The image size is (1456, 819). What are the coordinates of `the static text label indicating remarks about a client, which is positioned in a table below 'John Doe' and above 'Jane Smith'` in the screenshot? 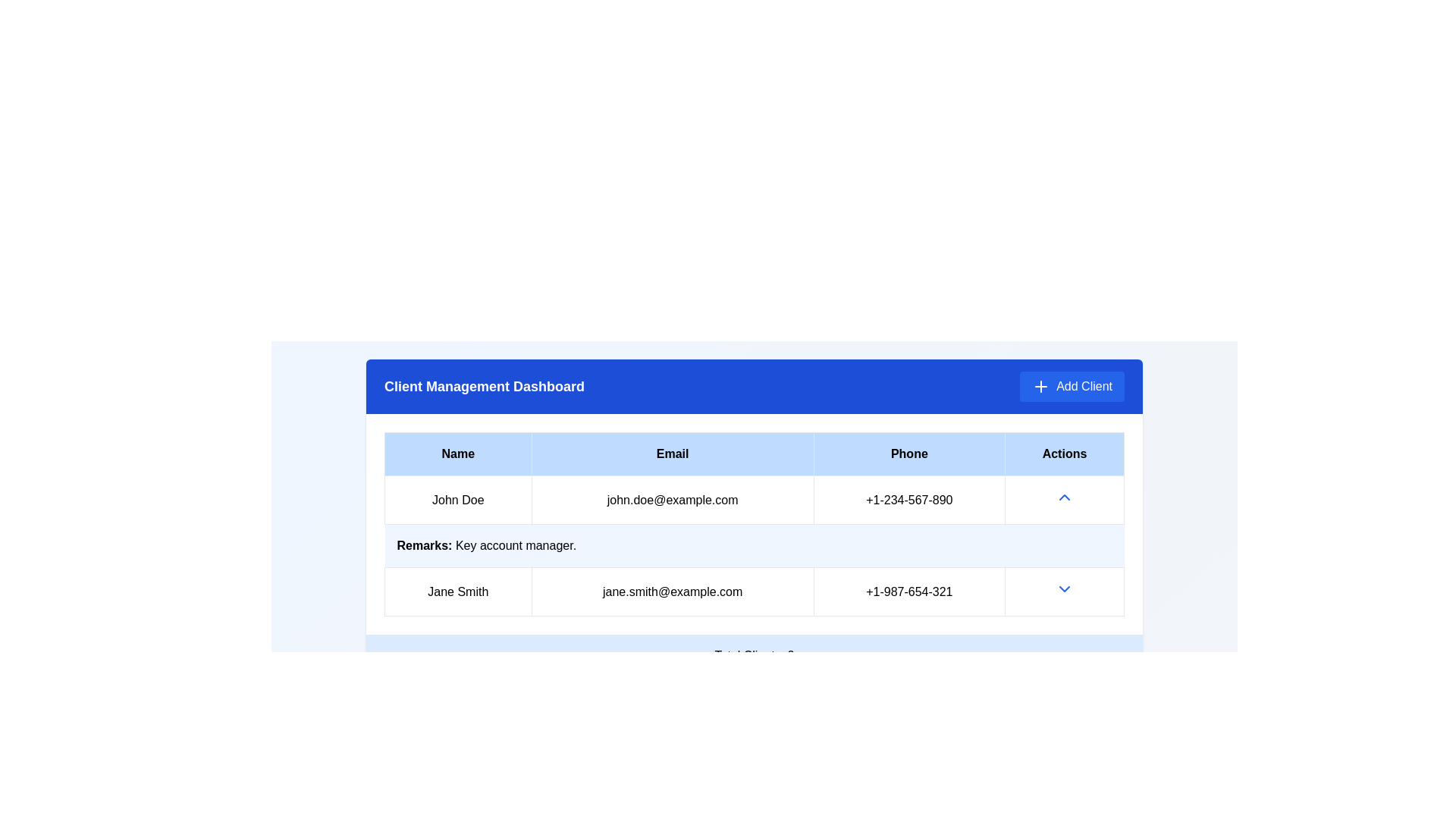 It's located at (425, 544).